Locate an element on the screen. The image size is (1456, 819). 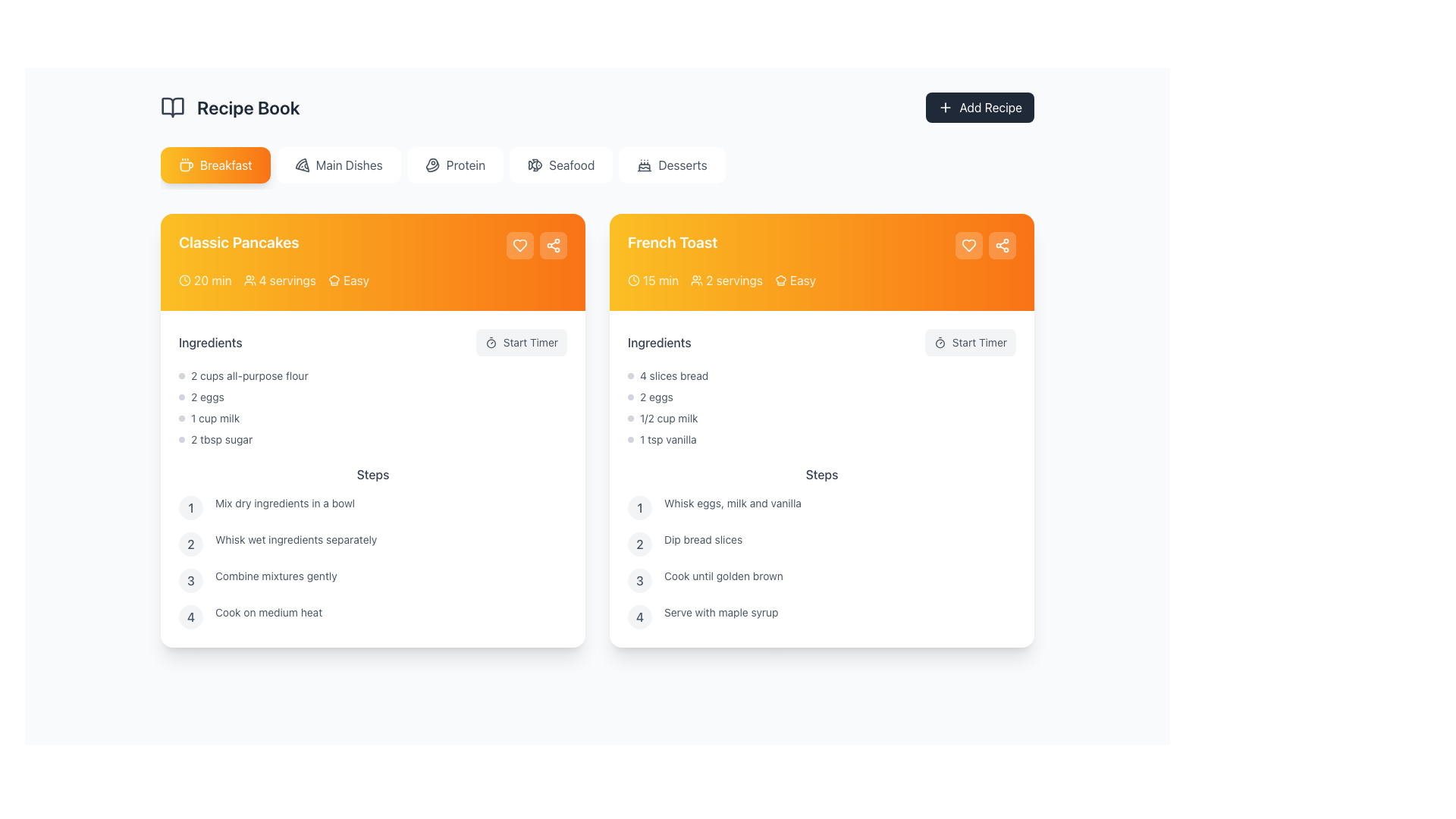
the heart-shaped icon button with a red border, located in the upper right section of the 'Classic Pancakes' card is located at coordinates (520, 245).